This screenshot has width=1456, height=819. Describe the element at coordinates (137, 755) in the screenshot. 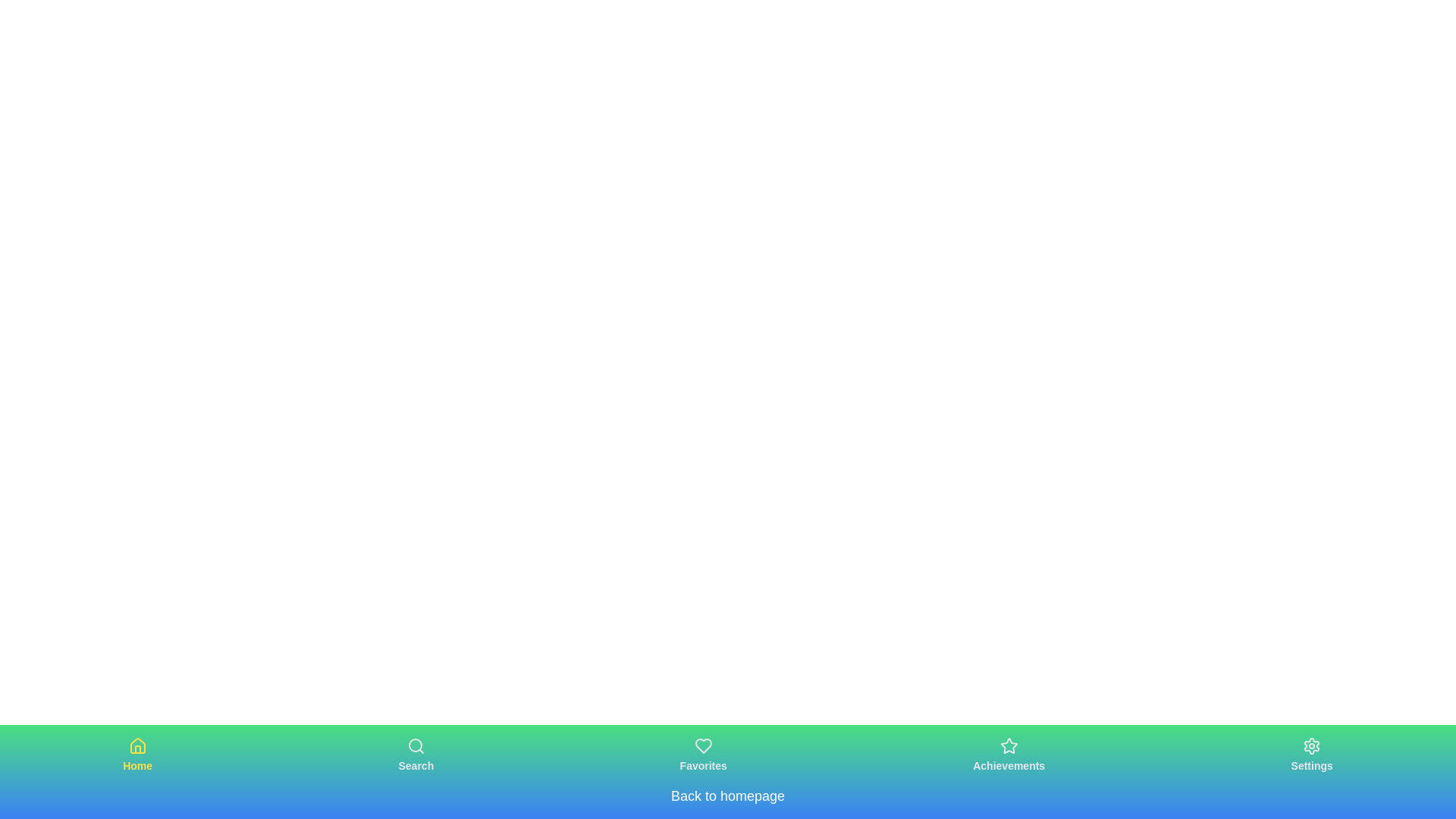

I see `the Home navigation button` at that location.